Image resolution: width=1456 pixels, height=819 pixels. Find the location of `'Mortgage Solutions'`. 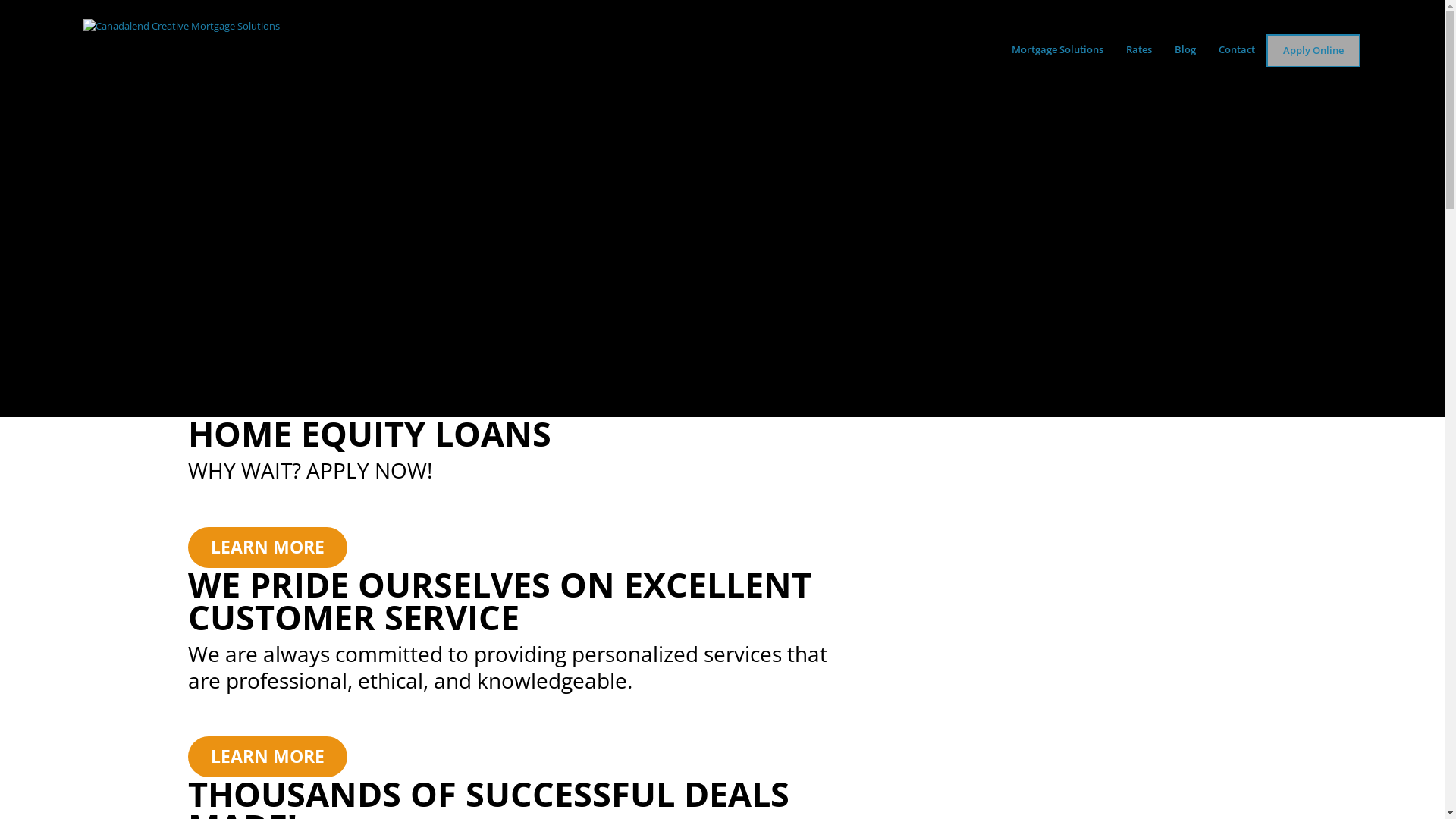

'Mortgage Solutions' is located at coordinates (1056, 49).